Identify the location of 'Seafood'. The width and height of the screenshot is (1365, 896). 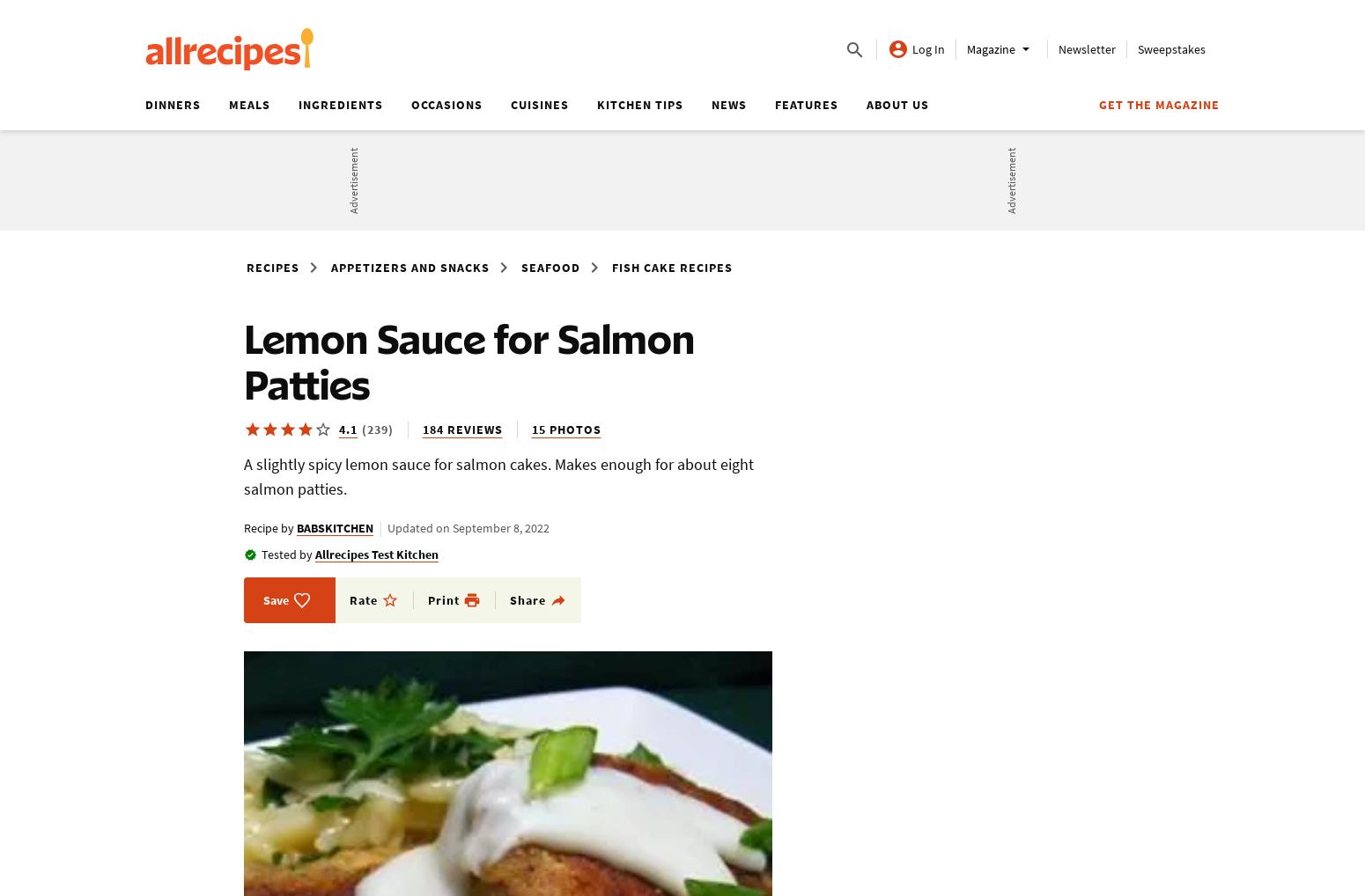
(550, 267).